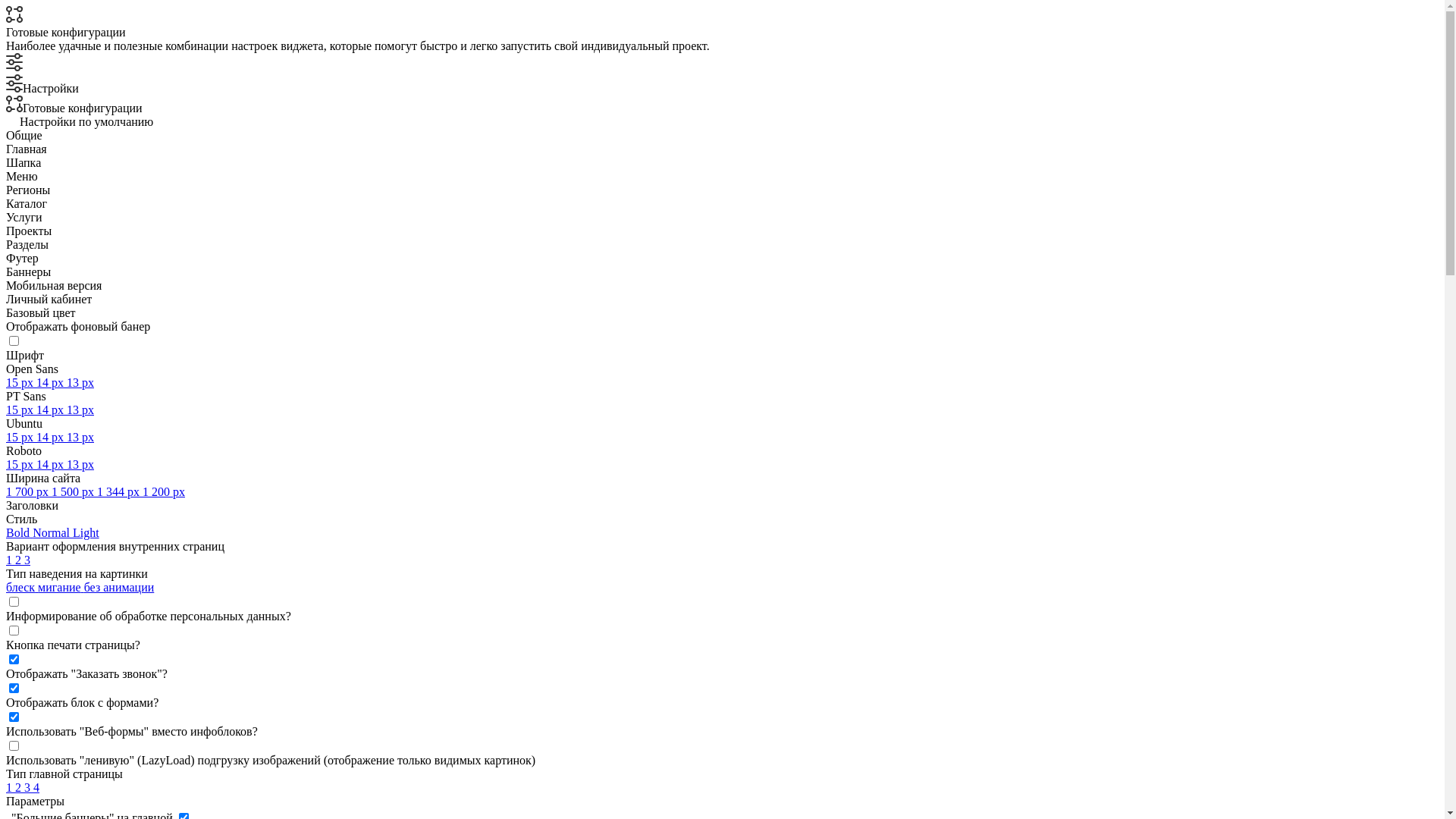 The width and height of the screenshot is (1456, 819). What do you see at coordinates (21, 437) in the screenshot?
I see `'15 px'` at bounding box center [21, 437].